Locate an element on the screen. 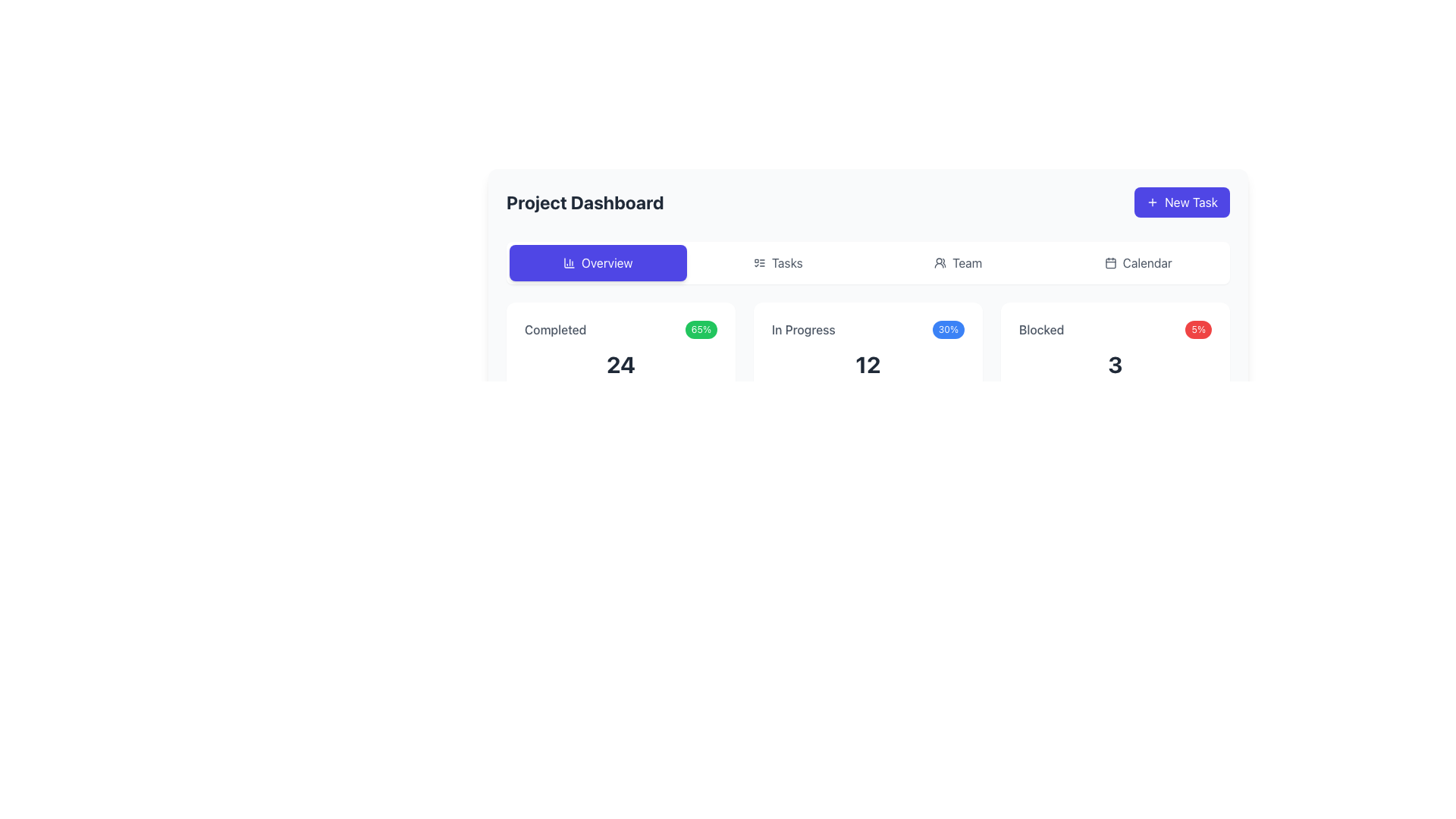  the calendar icon located in the navigational bar at the top of the interface is located at coordinates (1110, 262).